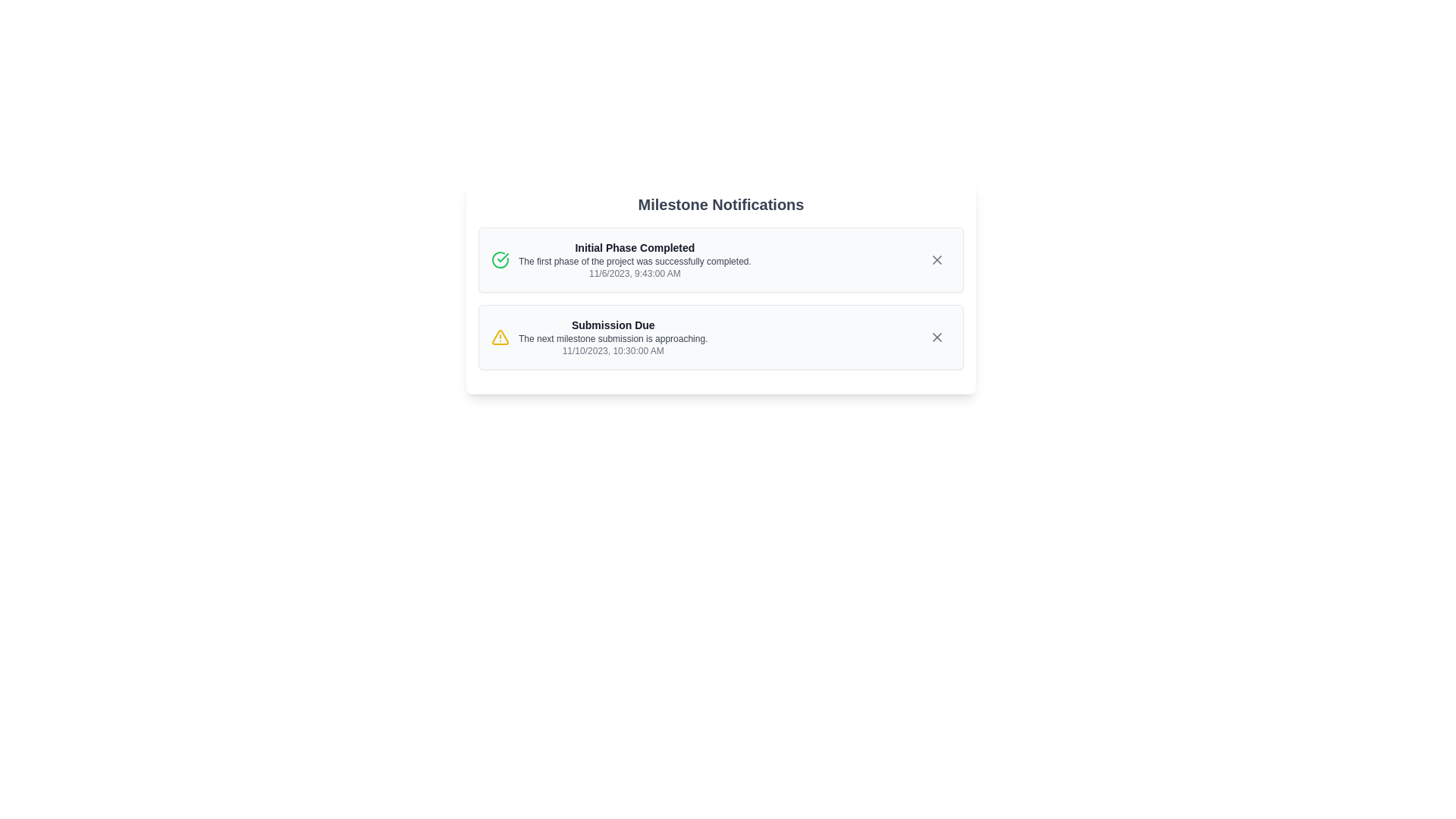  Describe the element at coordinates (937, 336) in the screenshot. I see `close button for the milestone 2` at that location.